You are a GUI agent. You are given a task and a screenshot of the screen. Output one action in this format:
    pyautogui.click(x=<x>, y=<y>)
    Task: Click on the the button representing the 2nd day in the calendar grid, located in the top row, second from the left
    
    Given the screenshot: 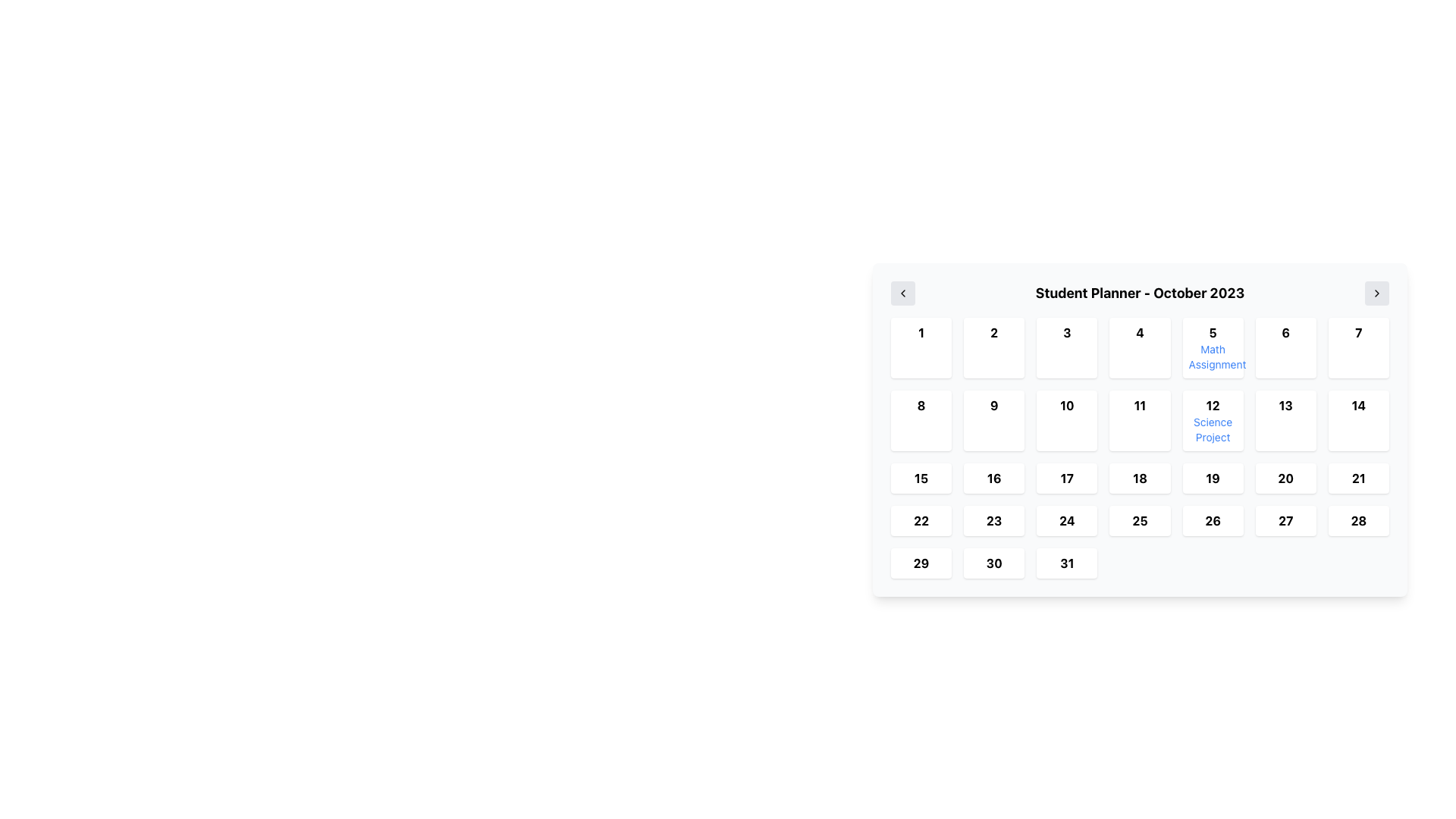 What is the action you would take?
    pyautogui.click(x=994, y=348)
    